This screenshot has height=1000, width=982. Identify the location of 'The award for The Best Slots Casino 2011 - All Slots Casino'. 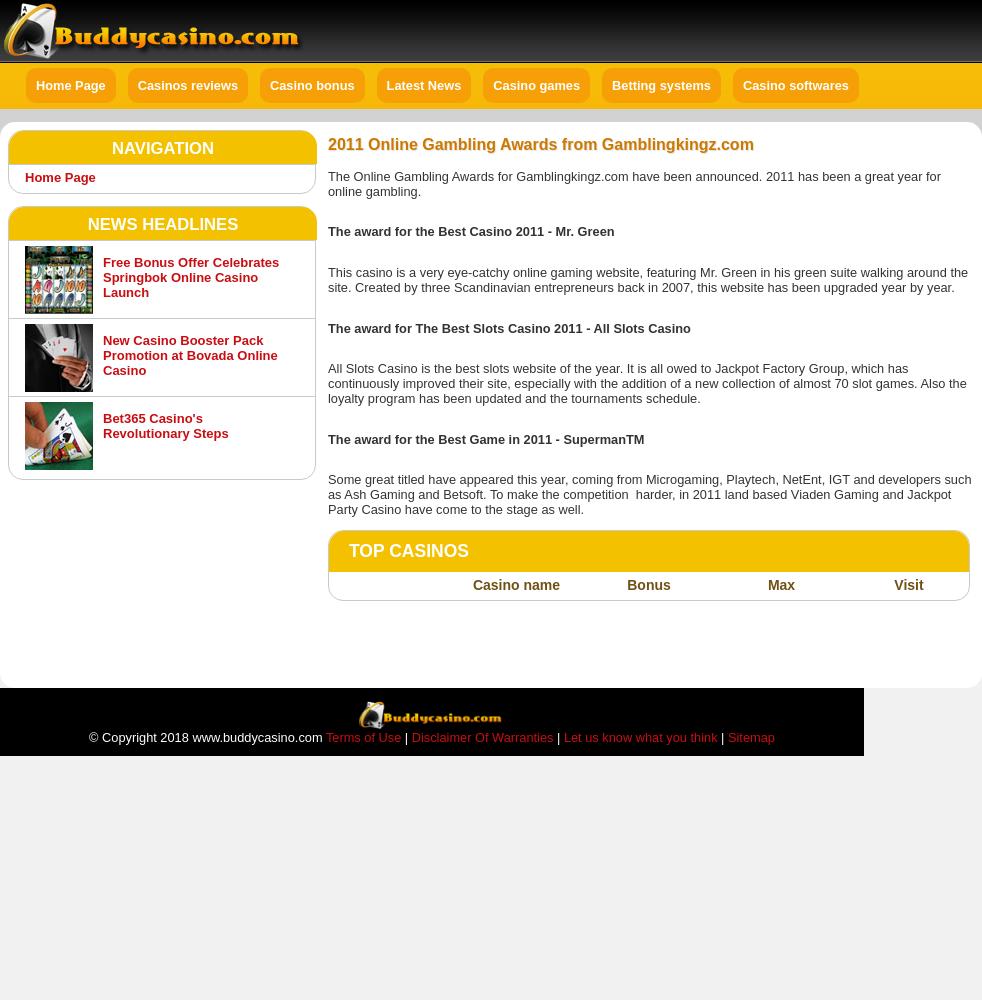
(327, 326).